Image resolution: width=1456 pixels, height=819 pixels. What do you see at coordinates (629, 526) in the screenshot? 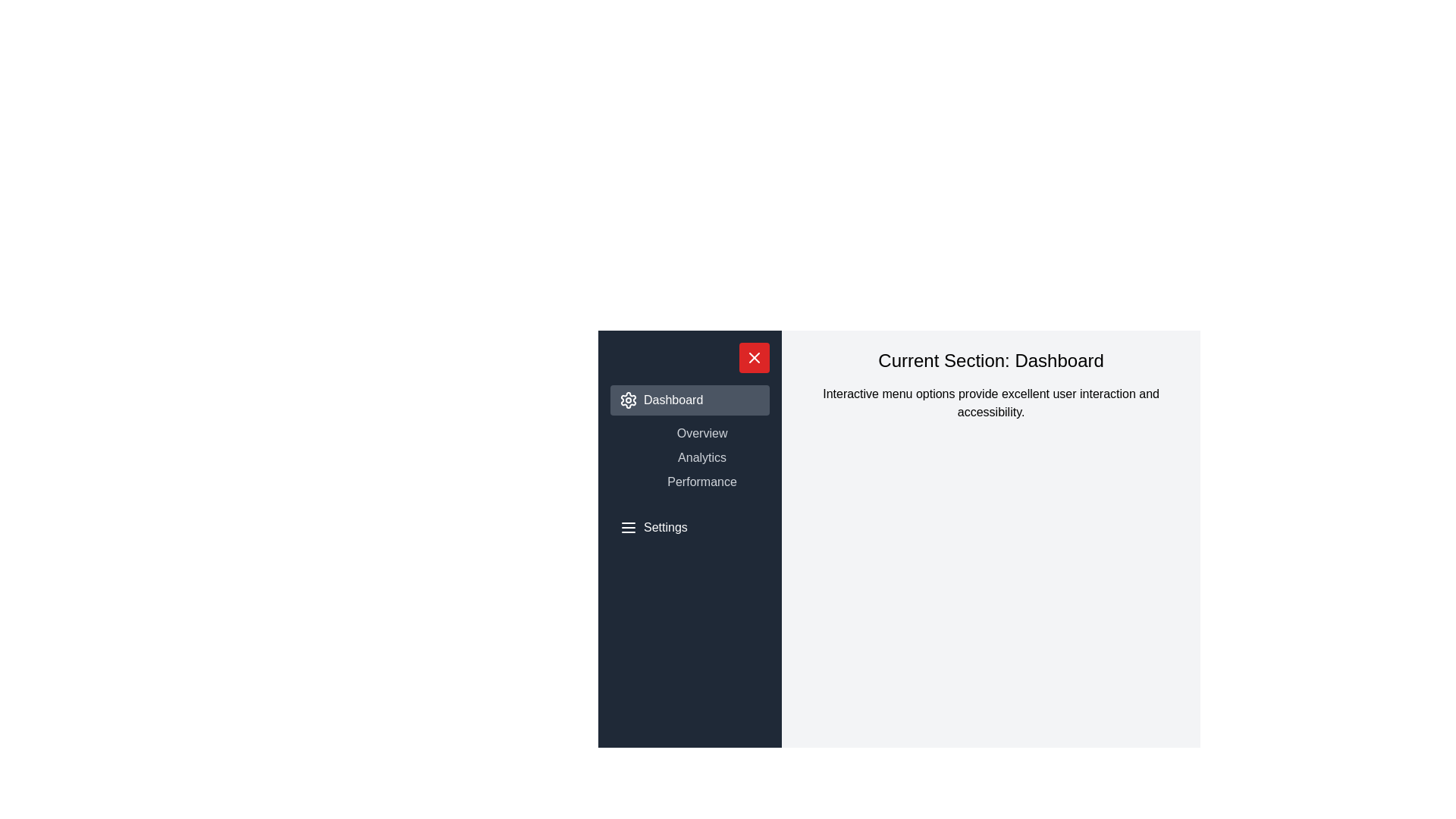
I see `the menu icon represented by three horizontal lines located next to the 'Settings' text in the vertical navigation menu` at bounding box center [629, 526].